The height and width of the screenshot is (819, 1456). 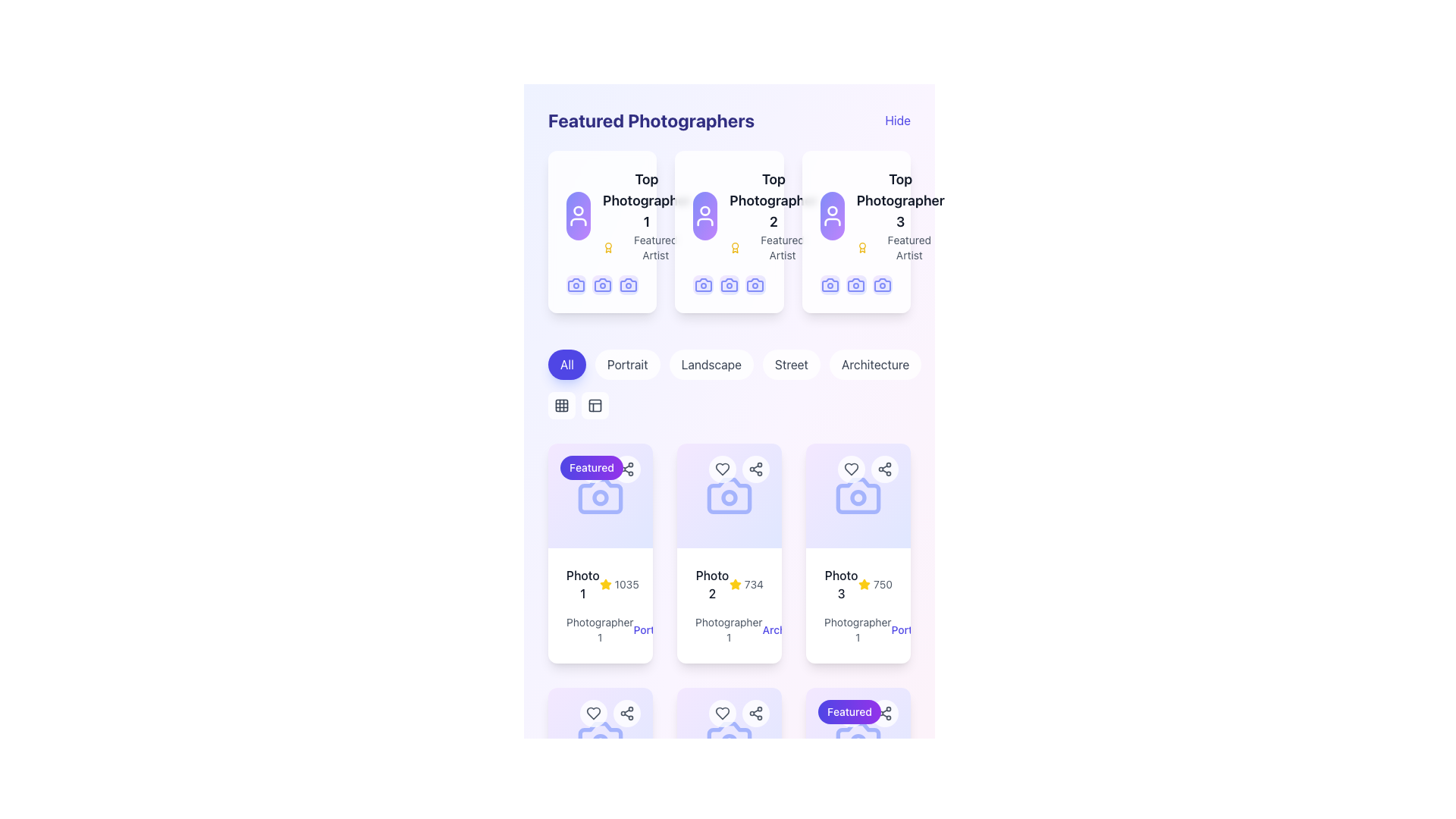 I want to click on the 'Share' icon button, which is represented by three connected circles with lines, located in the upper-right corner of the 'Photo 2' card, so click(x=884, y=468).